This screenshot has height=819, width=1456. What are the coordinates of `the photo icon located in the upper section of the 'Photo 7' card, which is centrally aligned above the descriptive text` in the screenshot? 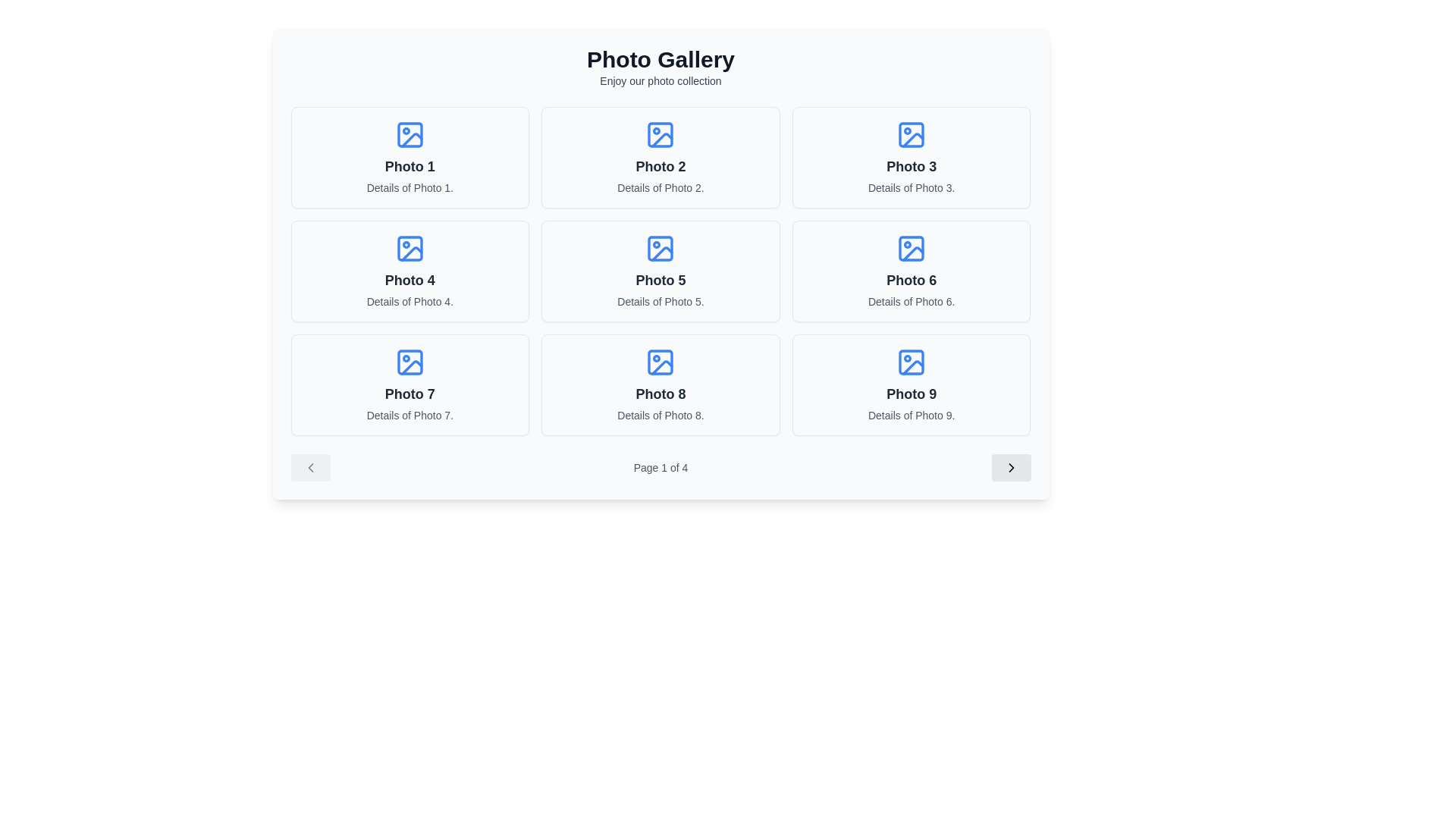 It's located at (409, 362).